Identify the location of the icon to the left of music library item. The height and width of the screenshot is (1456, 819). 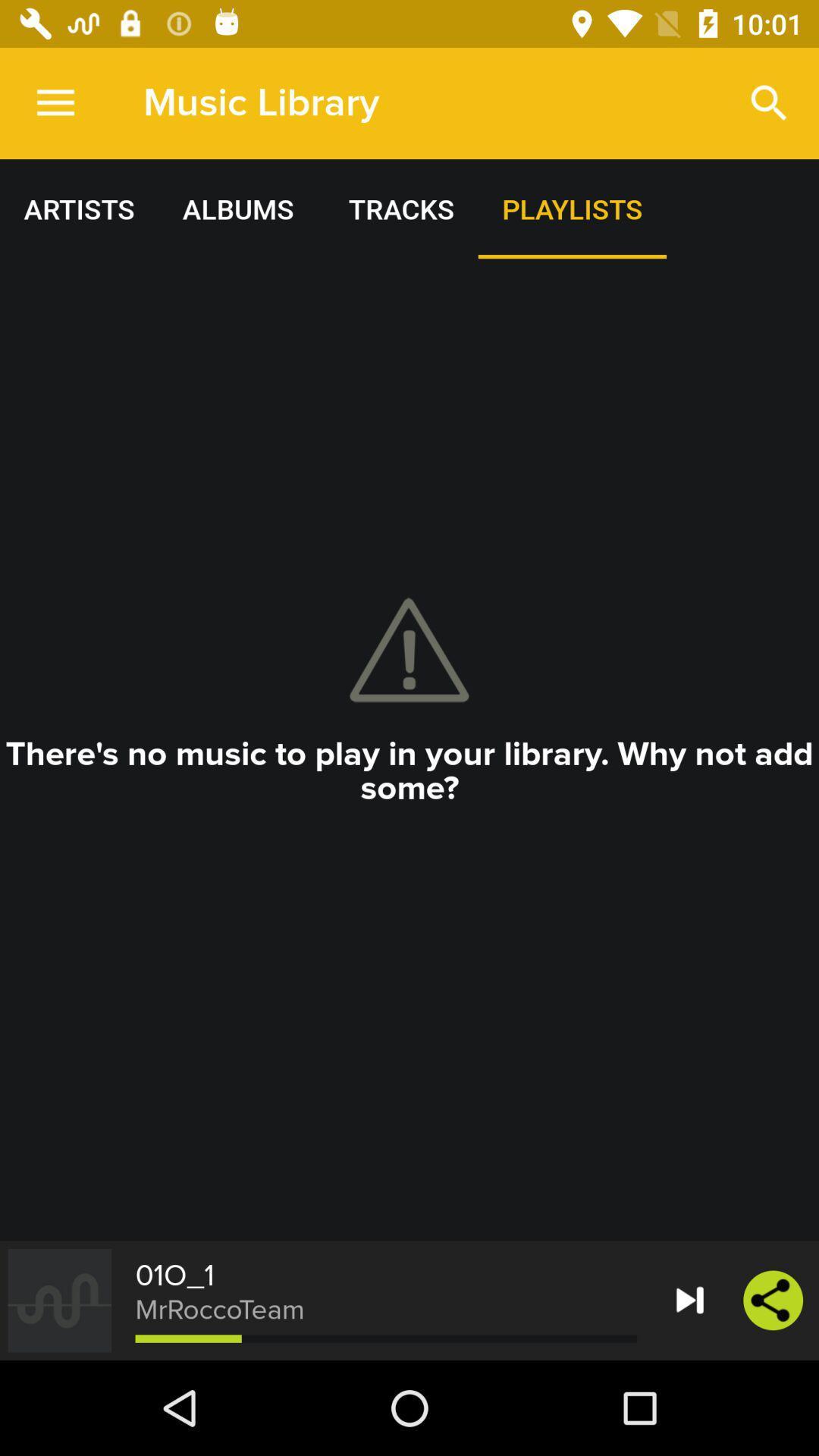
(55, 102).